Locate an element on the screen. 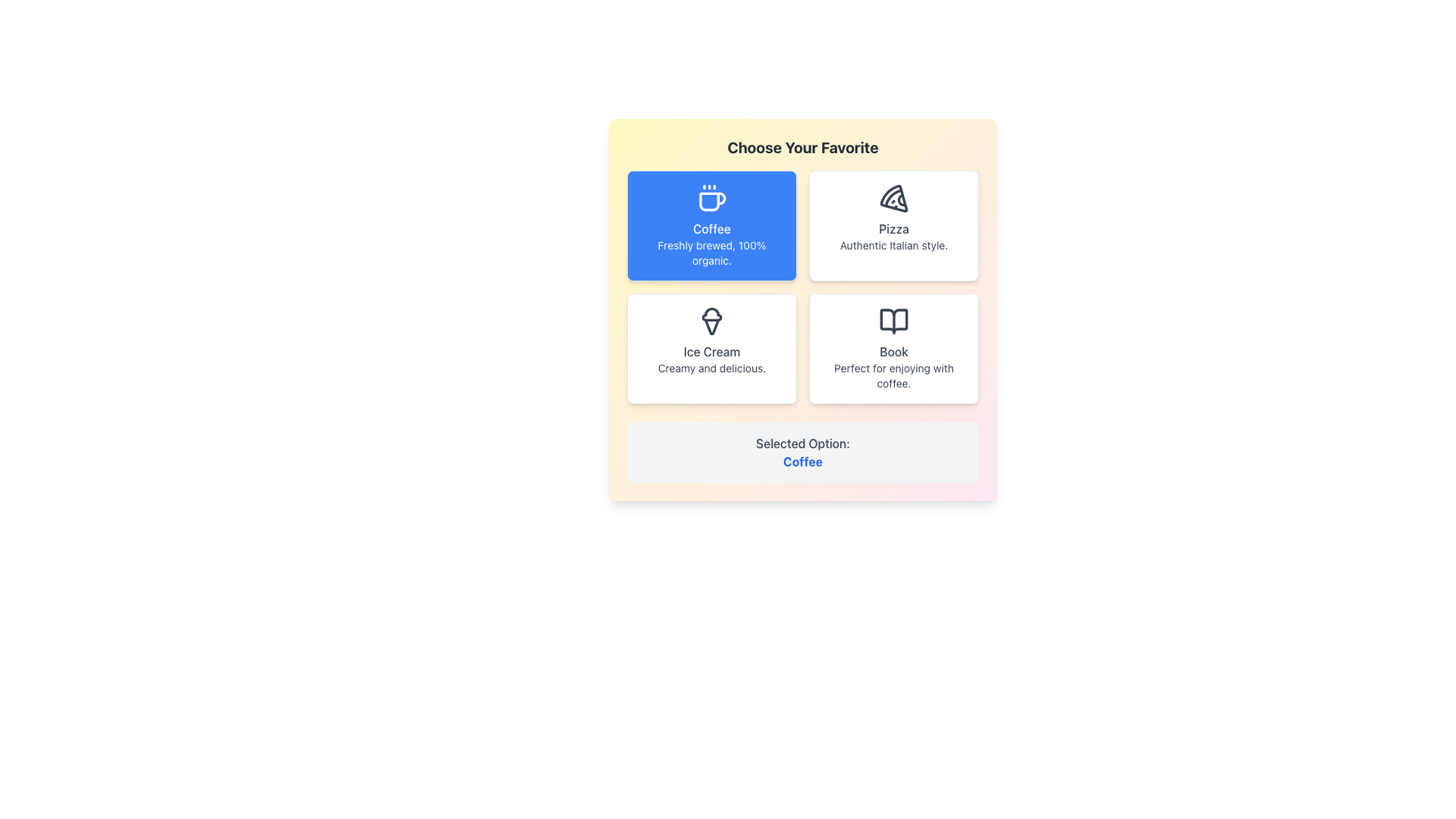  the coffee cup icon, which is visually styled with a clean white stroke on a blue background, located in the top-left module of the grid layout under the 'Coffee' section is located at coordinates (711, 198).